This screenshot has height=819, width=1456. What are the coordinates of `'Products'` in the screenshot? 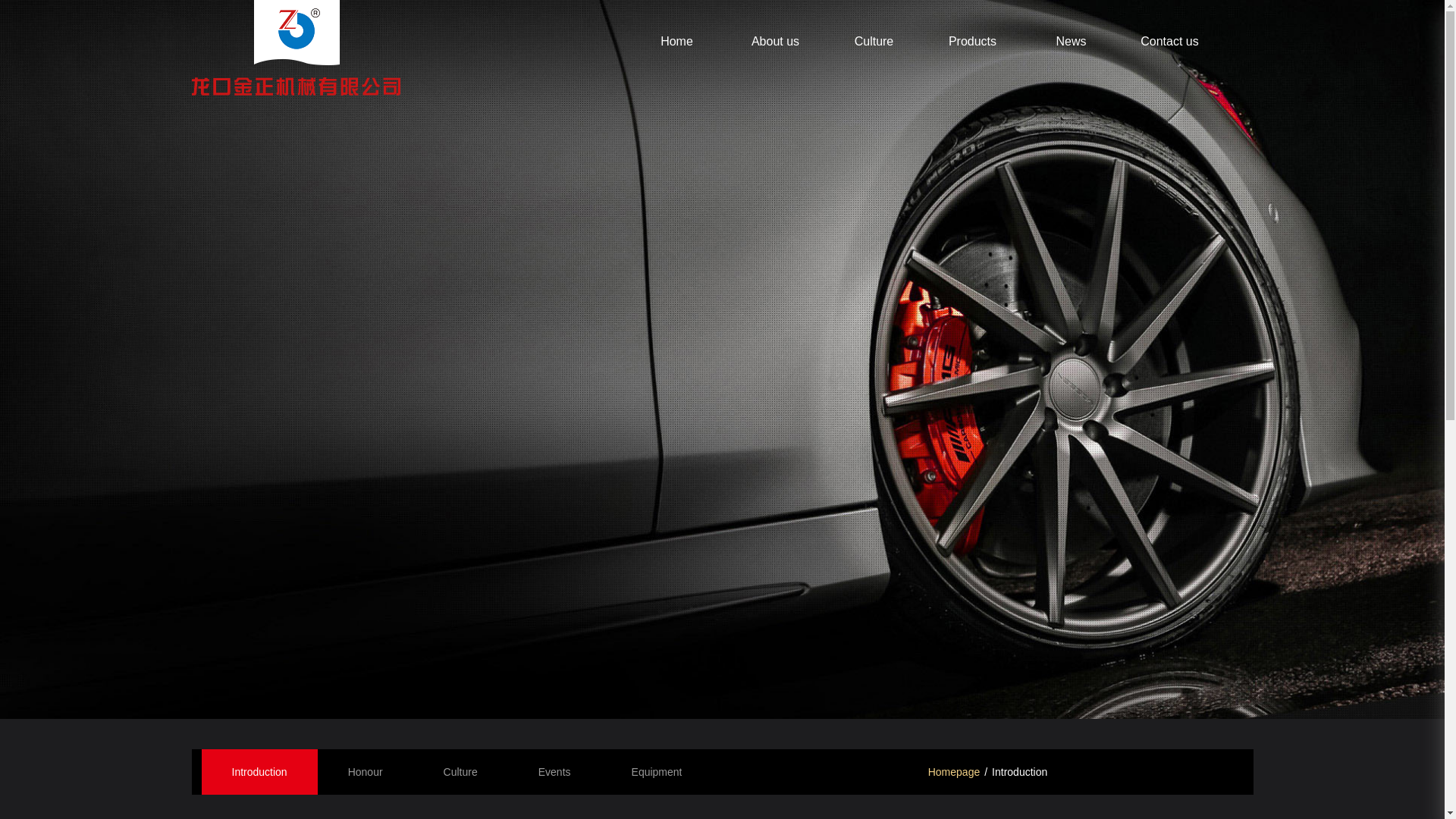 It's located at (971, 40).